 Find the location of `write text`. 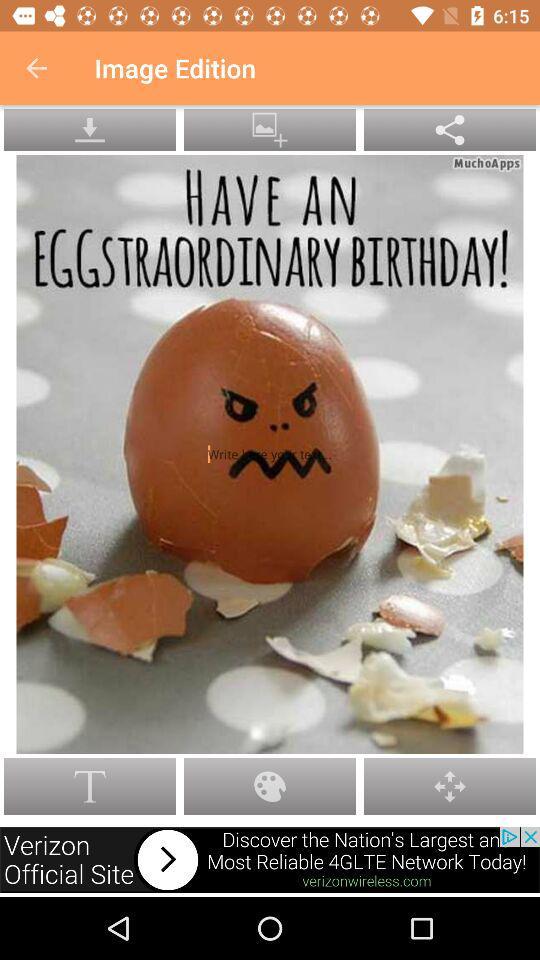

write text is located at coordinates (269, 454).